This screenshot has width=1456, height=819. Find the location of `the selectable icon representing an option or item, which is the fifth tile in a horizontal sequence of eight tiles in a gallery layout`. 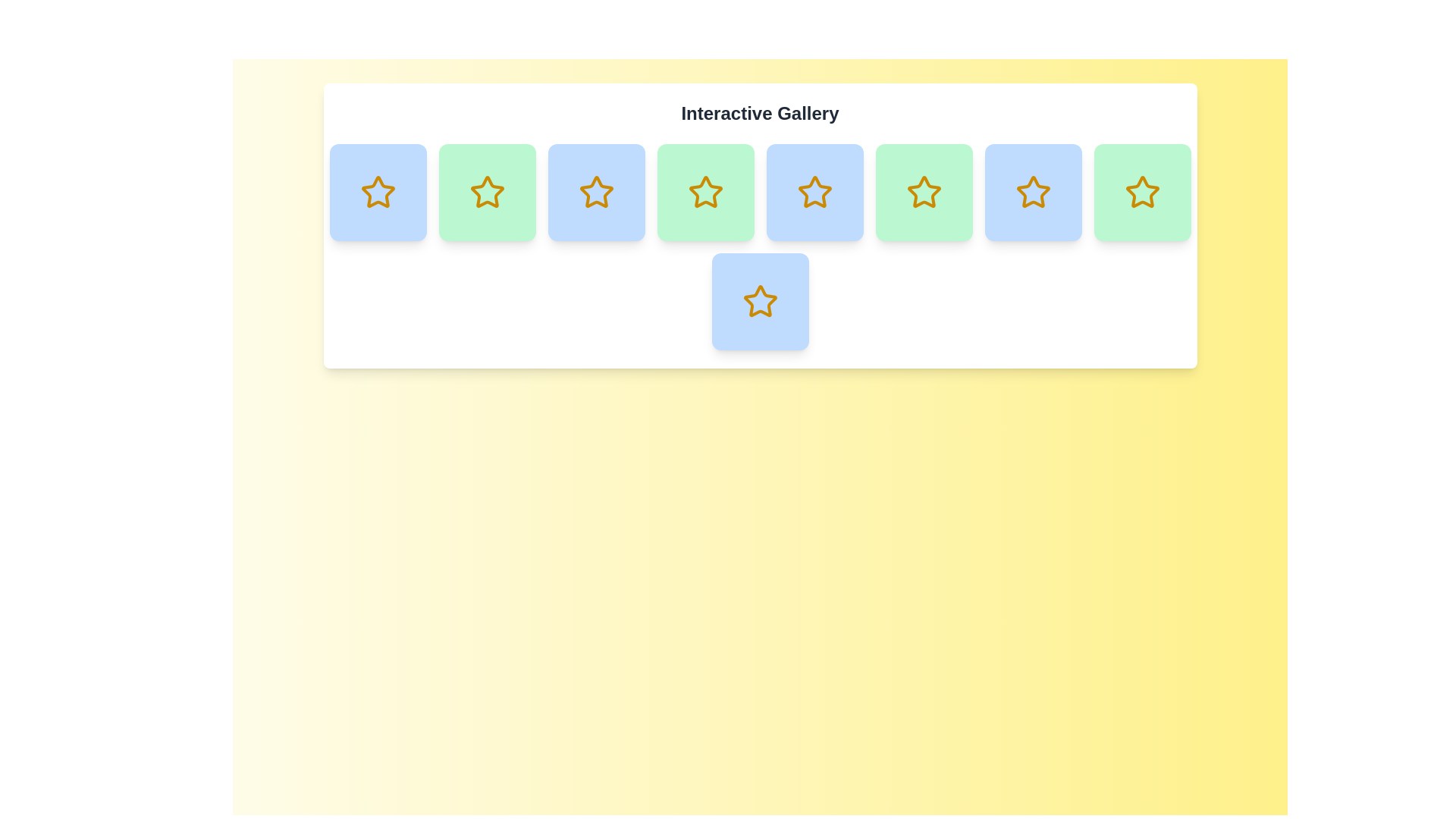

the selectable icon representing an option or item, which is the fifth tile in a horizontal sequence of eight tiles in a gallery layout is located at coordinates (760, 301).